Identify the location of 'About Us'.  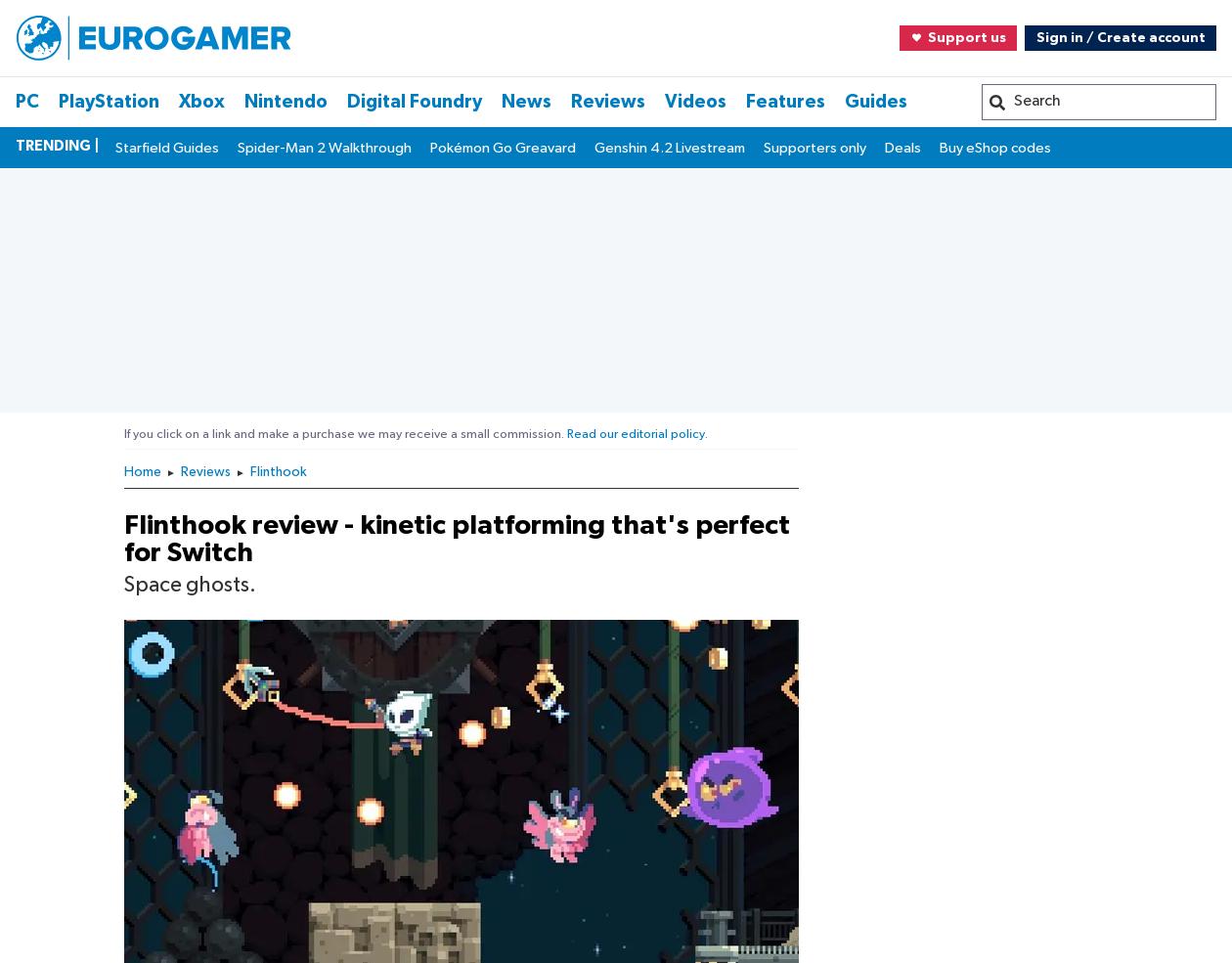
(69, 955).